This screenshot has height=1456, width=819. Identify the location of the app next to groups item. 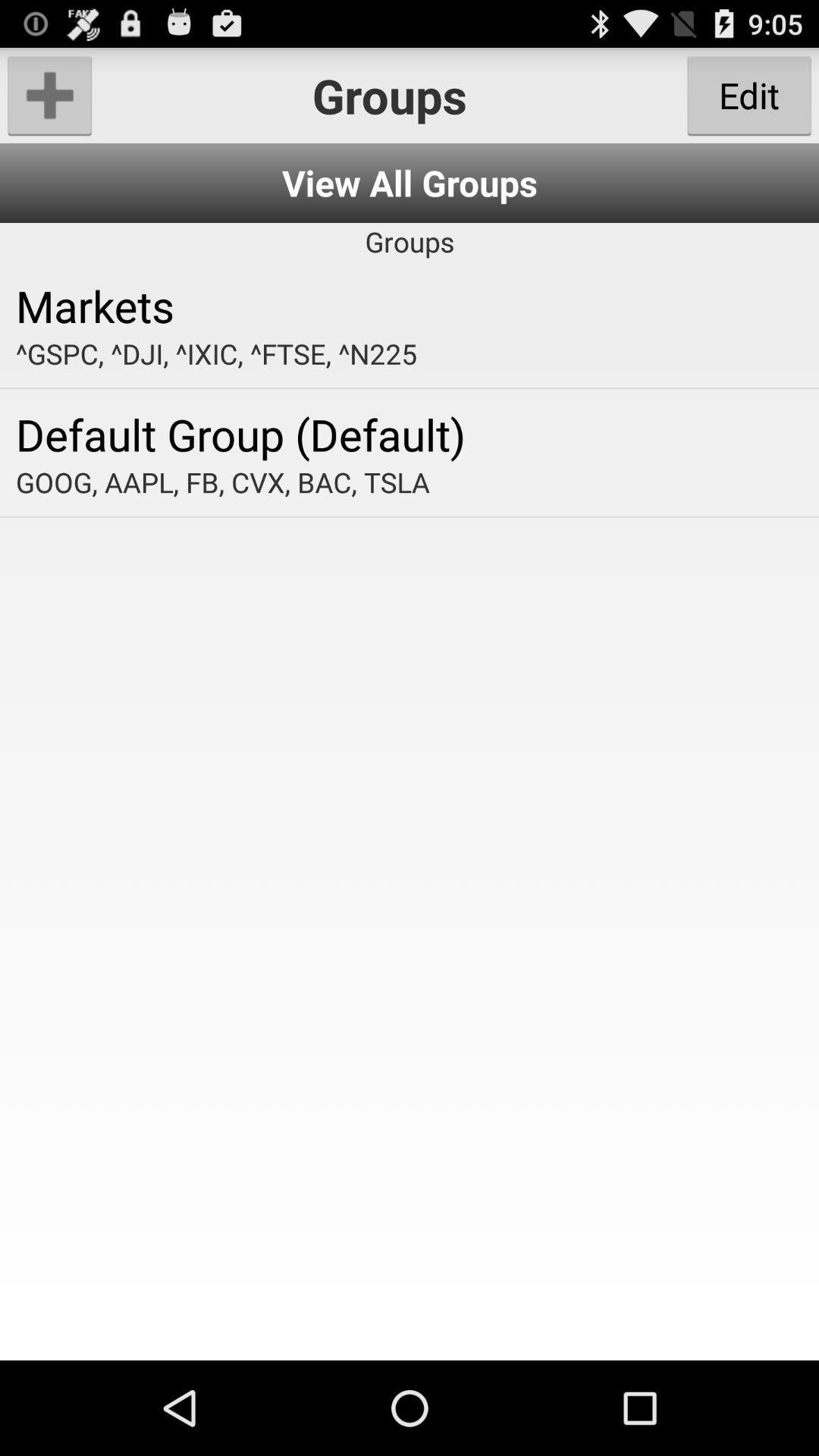
(748, 94).